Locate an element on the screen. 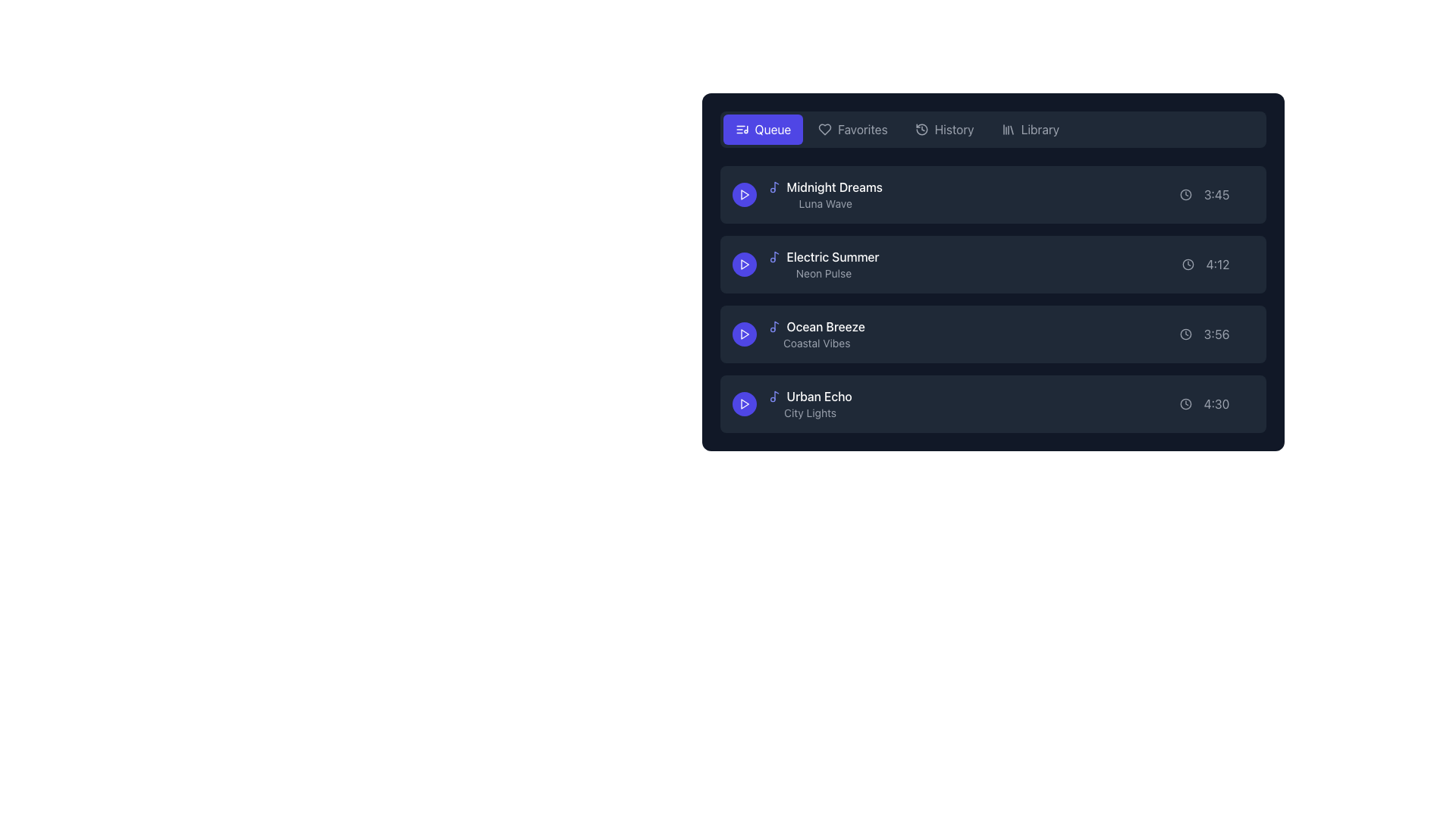 Image resolution: width=1456 pixels, height=819 pixels. the Playlist Item titled 'Midnight Dreams' which has a dark background, rounded corners, and contains a play button and duration '3:45' for a context menu is located at coordinates (993, 194).